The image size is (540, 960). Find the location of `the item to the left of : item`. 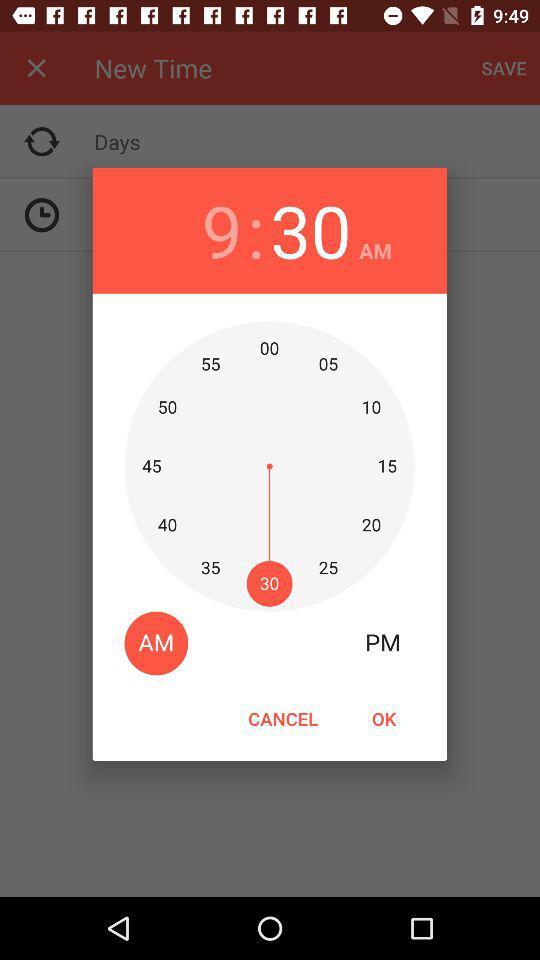

the item to the left of : item is located at coordinates (220, 230).